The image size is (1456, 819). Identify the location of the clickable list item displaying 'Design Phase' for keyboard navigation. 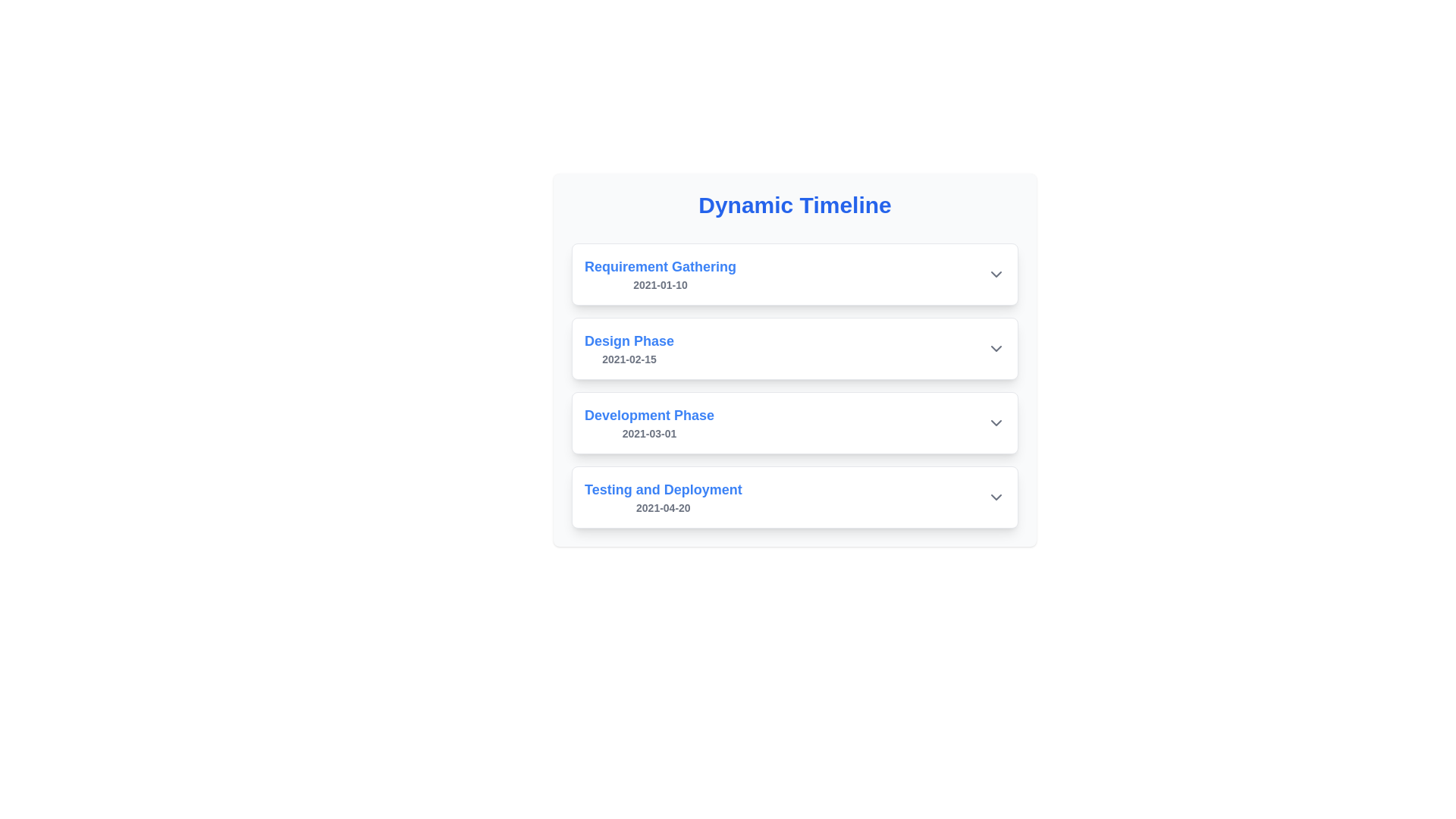
(794, 348).